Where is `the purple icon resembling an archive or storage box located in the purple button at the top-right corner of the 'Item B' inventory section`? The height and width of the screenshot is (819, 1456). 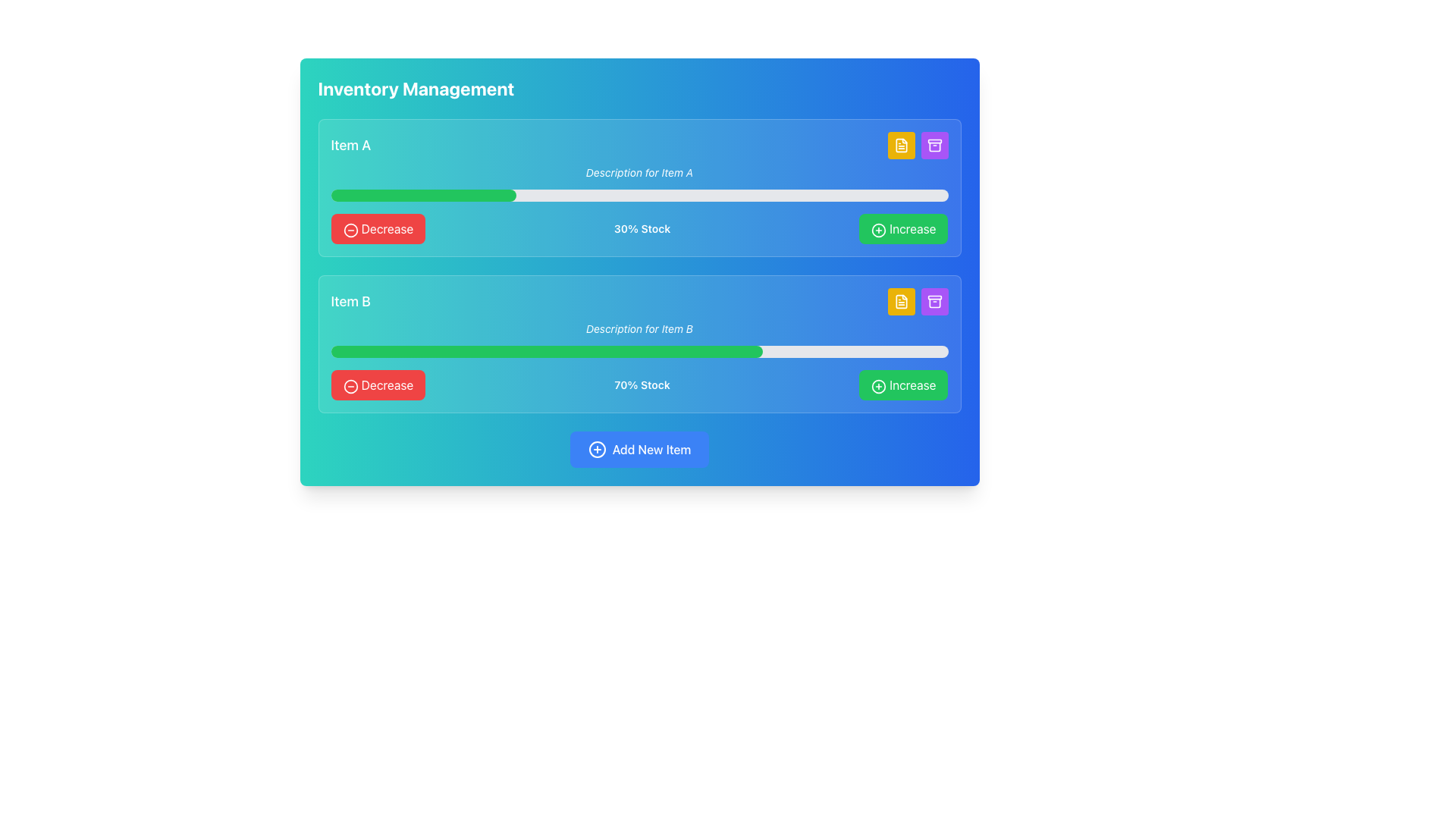
the purple icon resembling an archive or storage box located in the purple button at the top-right corner of the 'Item B' inventory section is located at coordinates (934, 301).